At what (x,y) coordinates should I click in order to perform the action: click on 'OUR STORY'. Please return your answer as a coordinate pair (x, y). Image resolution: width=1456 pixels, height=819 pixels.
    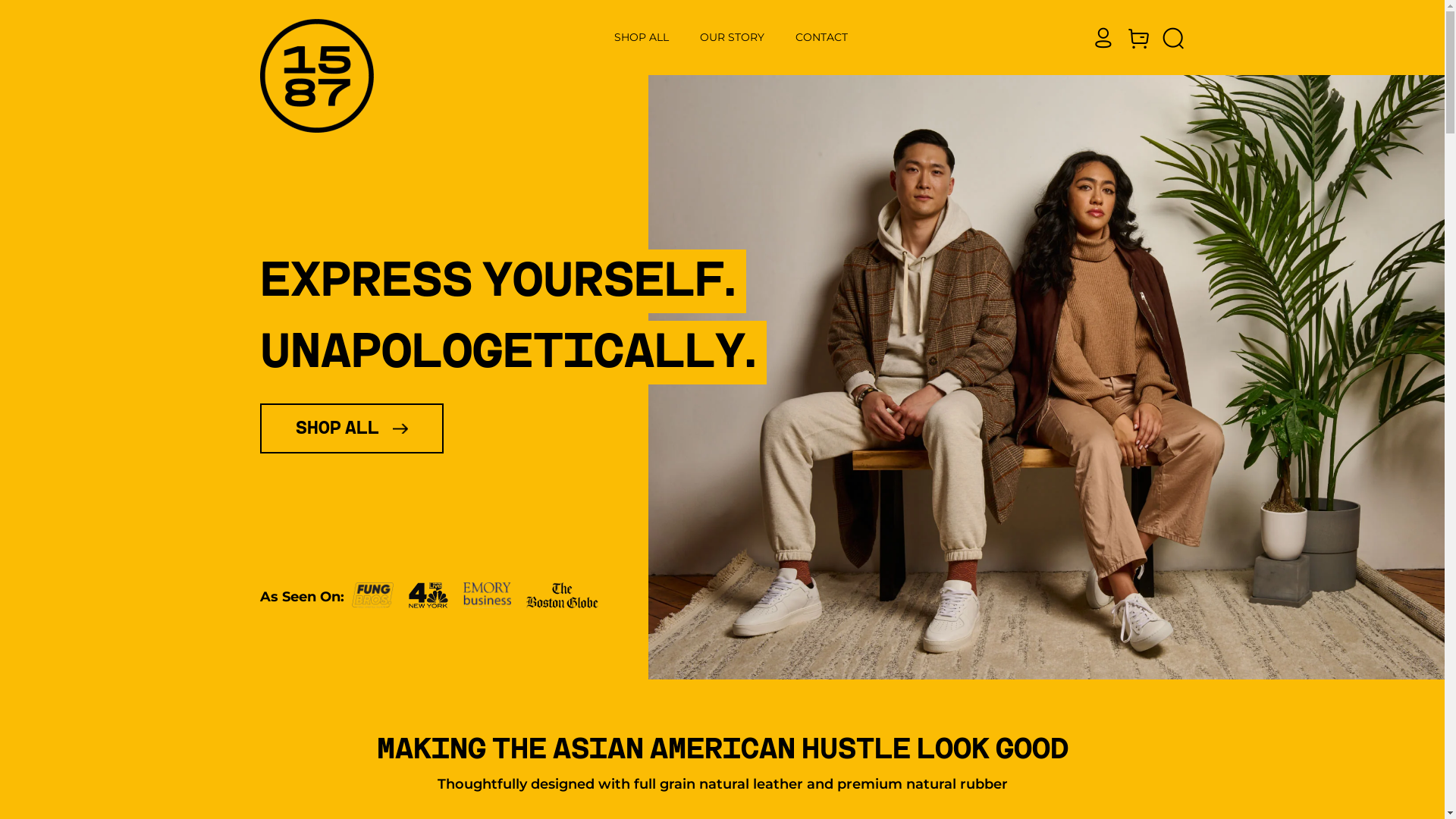
    Looking at the image, I should click on (732, 36).